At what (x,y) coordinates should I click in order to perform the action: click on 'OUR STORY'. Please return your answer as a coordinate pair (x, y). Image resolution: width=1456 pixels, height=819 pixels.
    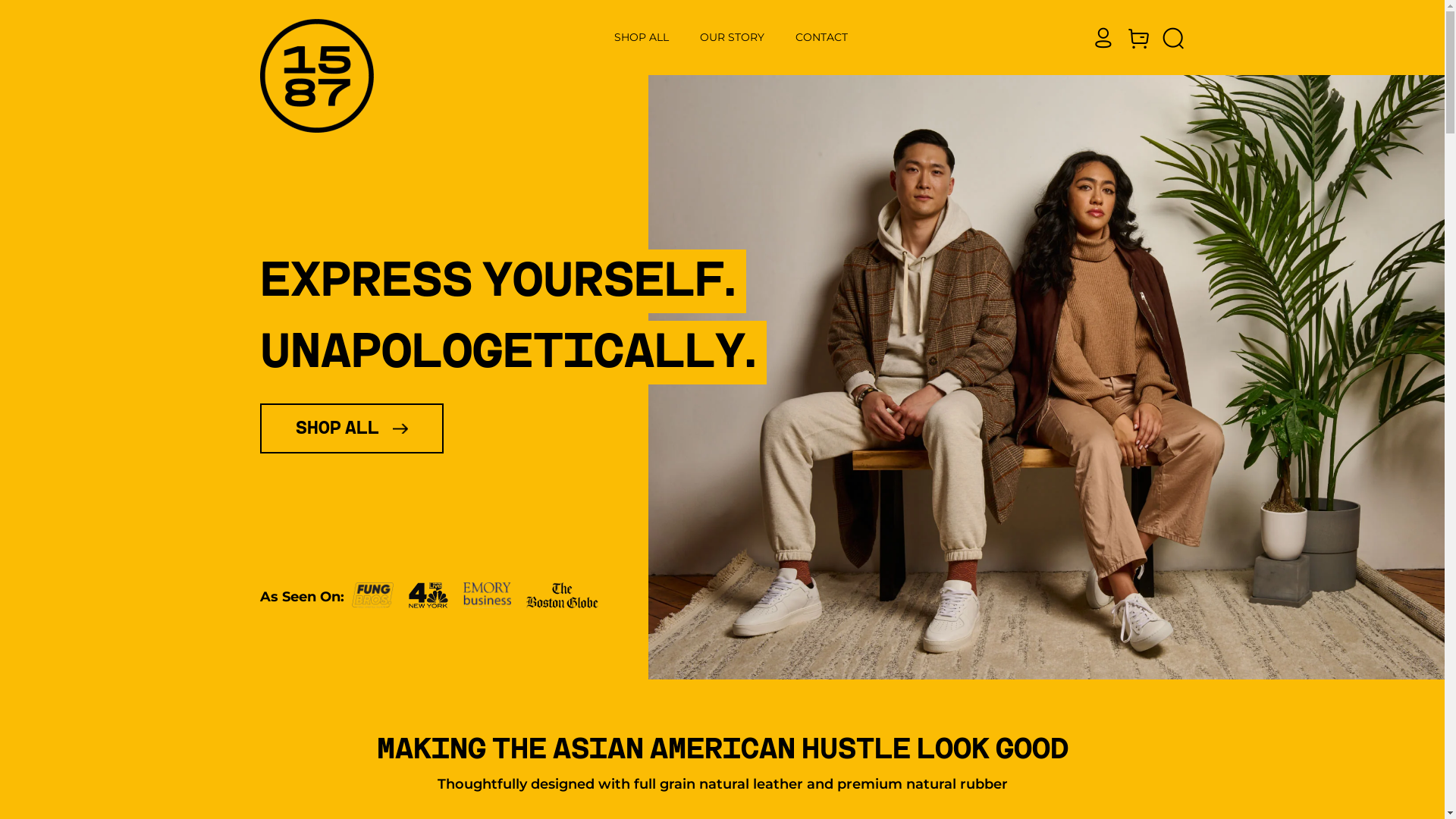
    Looking at the image, I should click on (732, 36).